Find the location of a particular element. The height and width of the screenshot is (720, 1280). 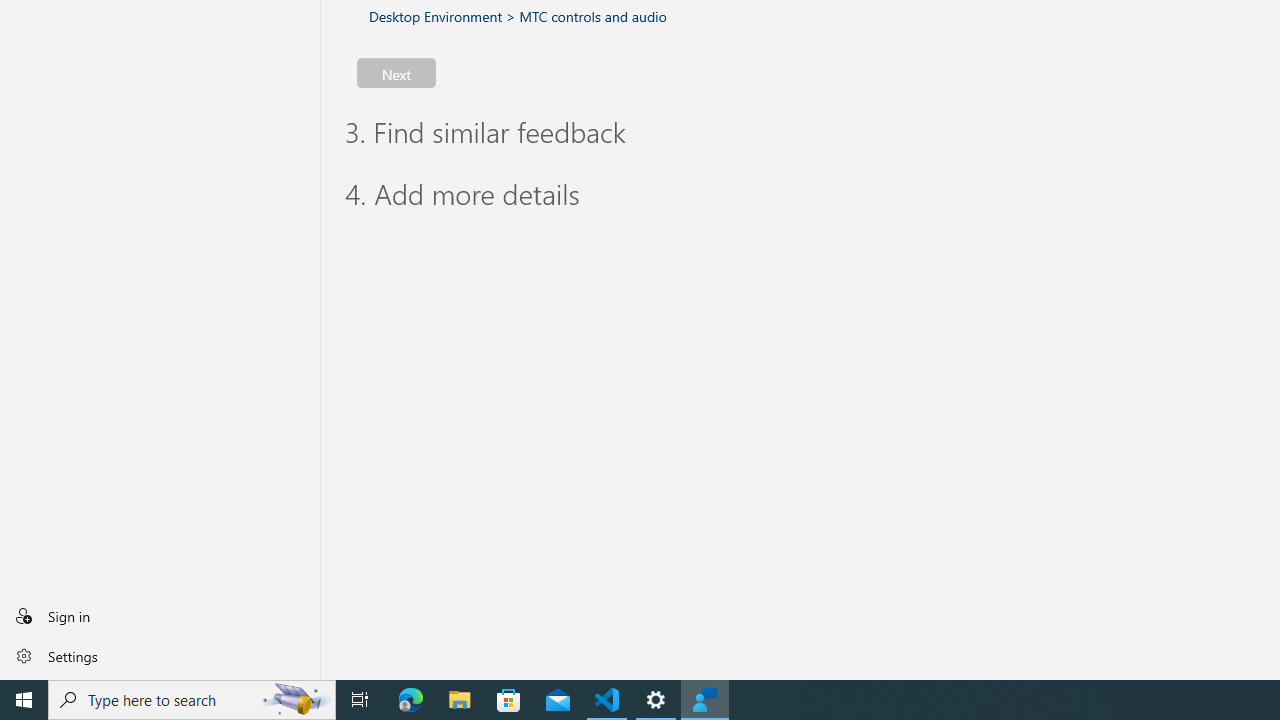

'Sign in' is located at coordinates (160, 615).